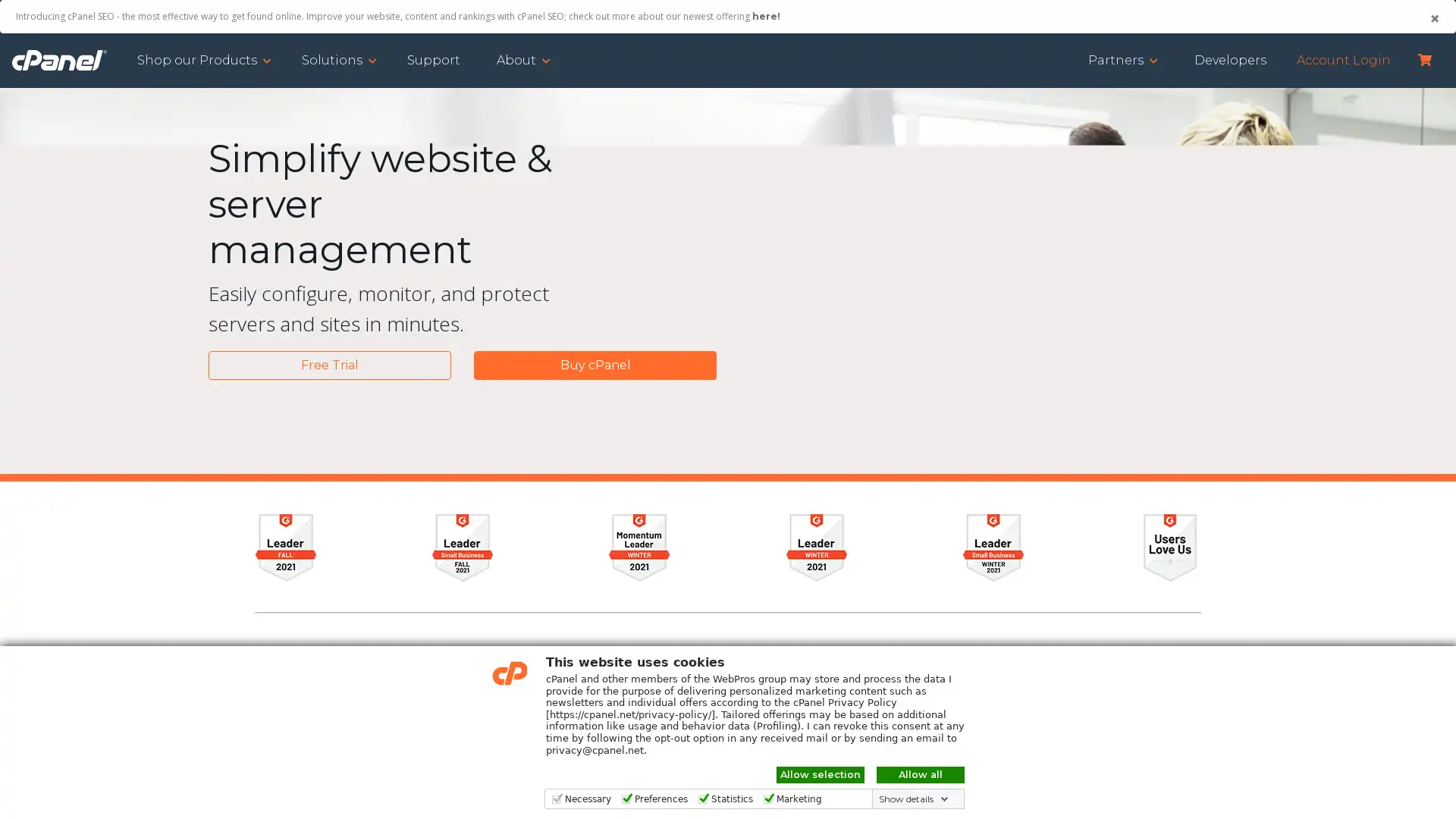 This screenshot has width=1456, height=819. What do you see at coordinates (1433, 18) in the screenshot?
I see `Close` at bounding box center [1433, 18].